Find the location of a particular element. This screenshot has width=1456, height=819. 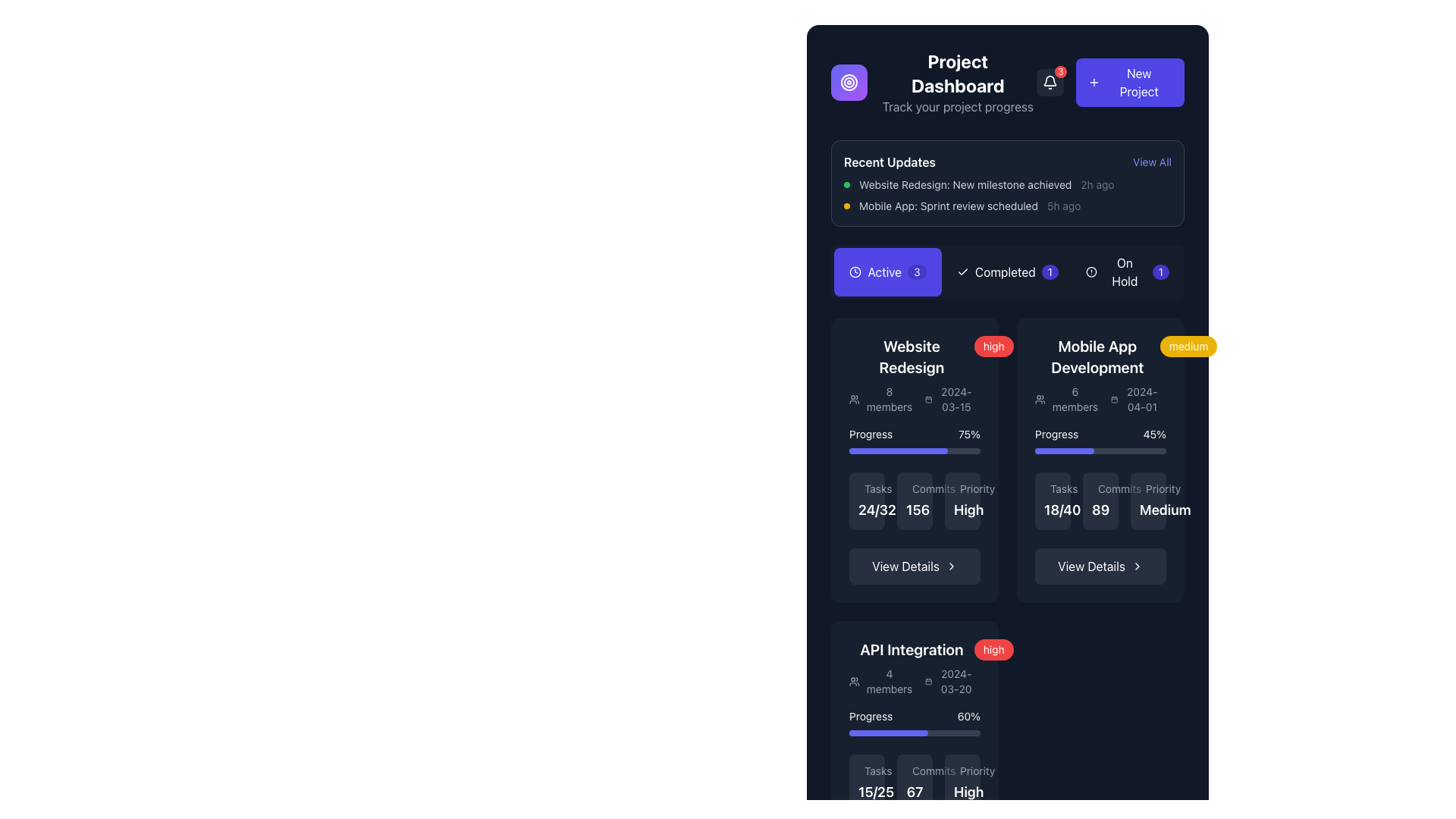

progress percentage displayed on the Progress bar labeled 'Progress' within the 'Website Redesign' project card in the 'Active Projects' section is located at coordinates (914, 441).